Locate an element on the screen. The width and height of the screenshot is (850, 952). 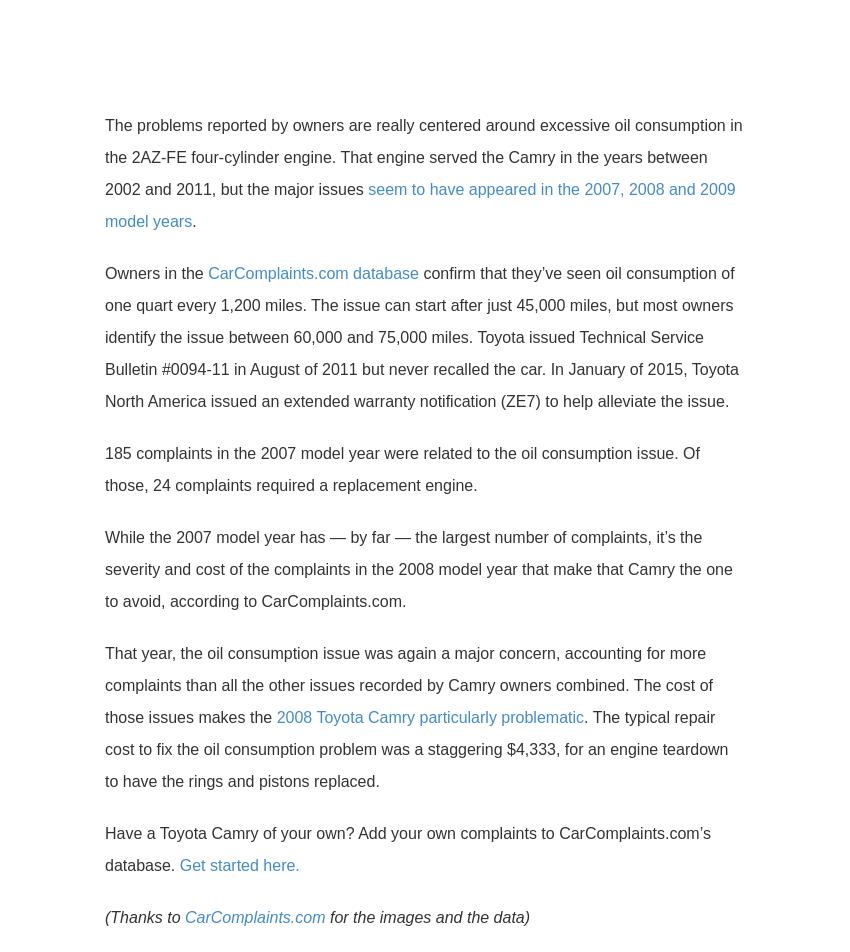
'Get started here.' is located at coordinates (239, 865).